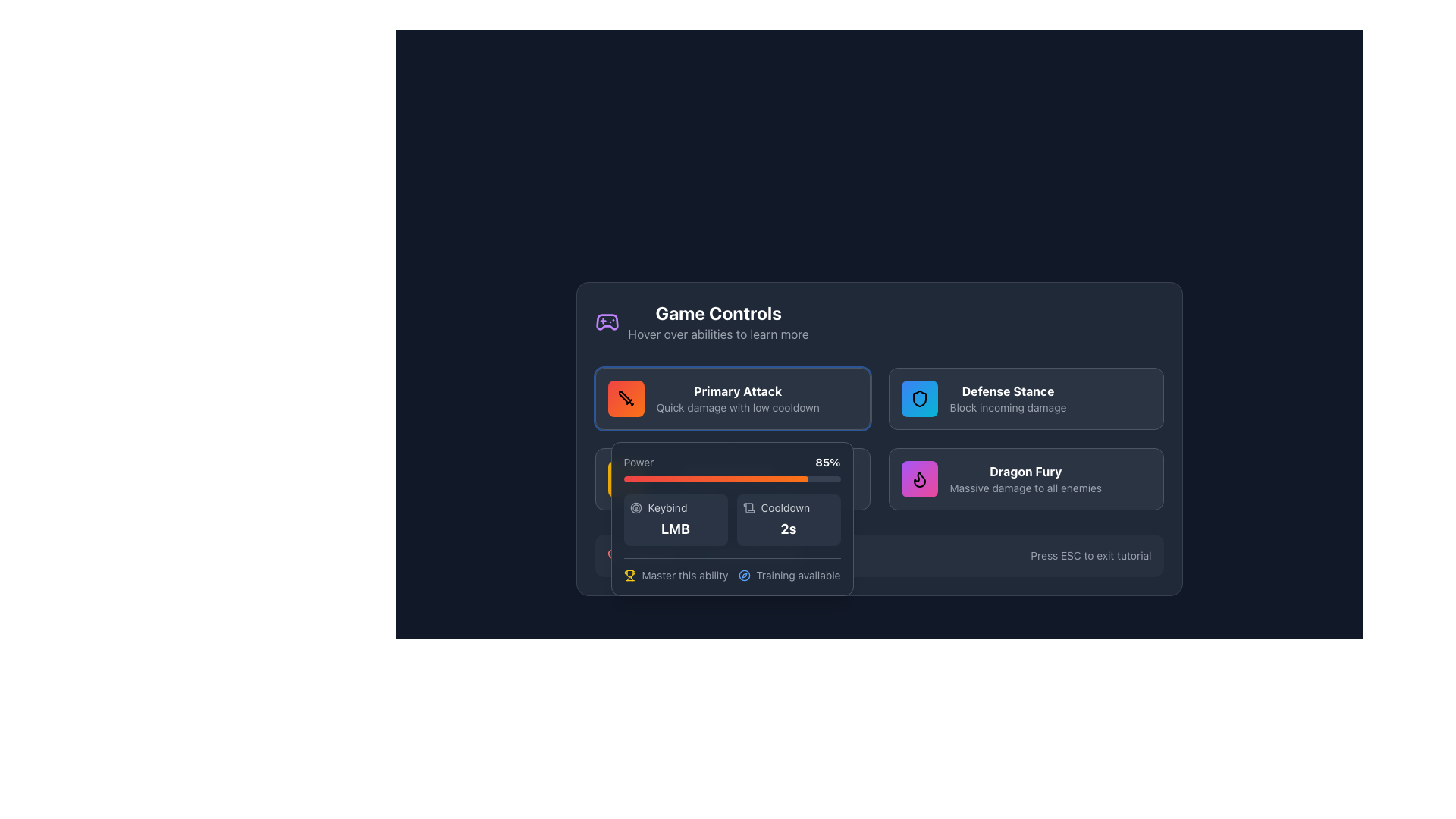 The height and width of the screenshot is (819, 1456). Describe the element at coordinates (1025, 479) in the screenshot. I see `the Informational text block that provides details about the 'Dragon Fury' ability, located in the 'Game Controls' section to the right of 'Primary Attack' and 'Defense Stance'` at that location.